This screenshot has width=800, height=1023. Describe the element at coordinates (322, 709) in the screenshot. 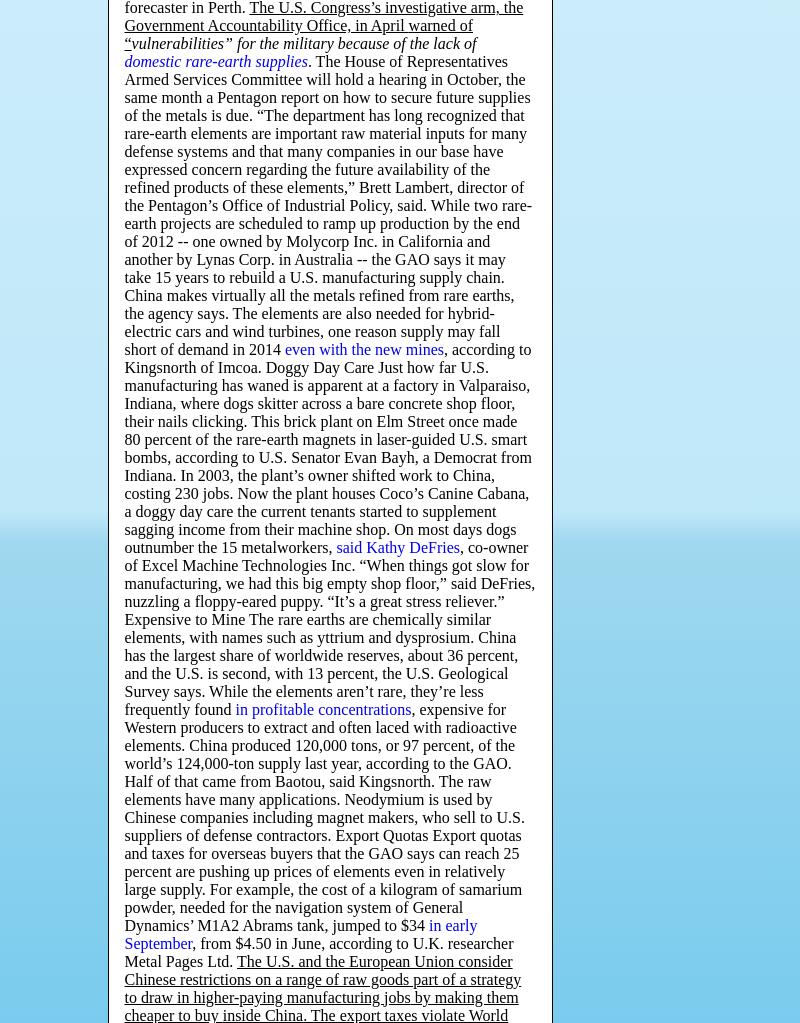

I see `'in profitable concentrations'` at that location.